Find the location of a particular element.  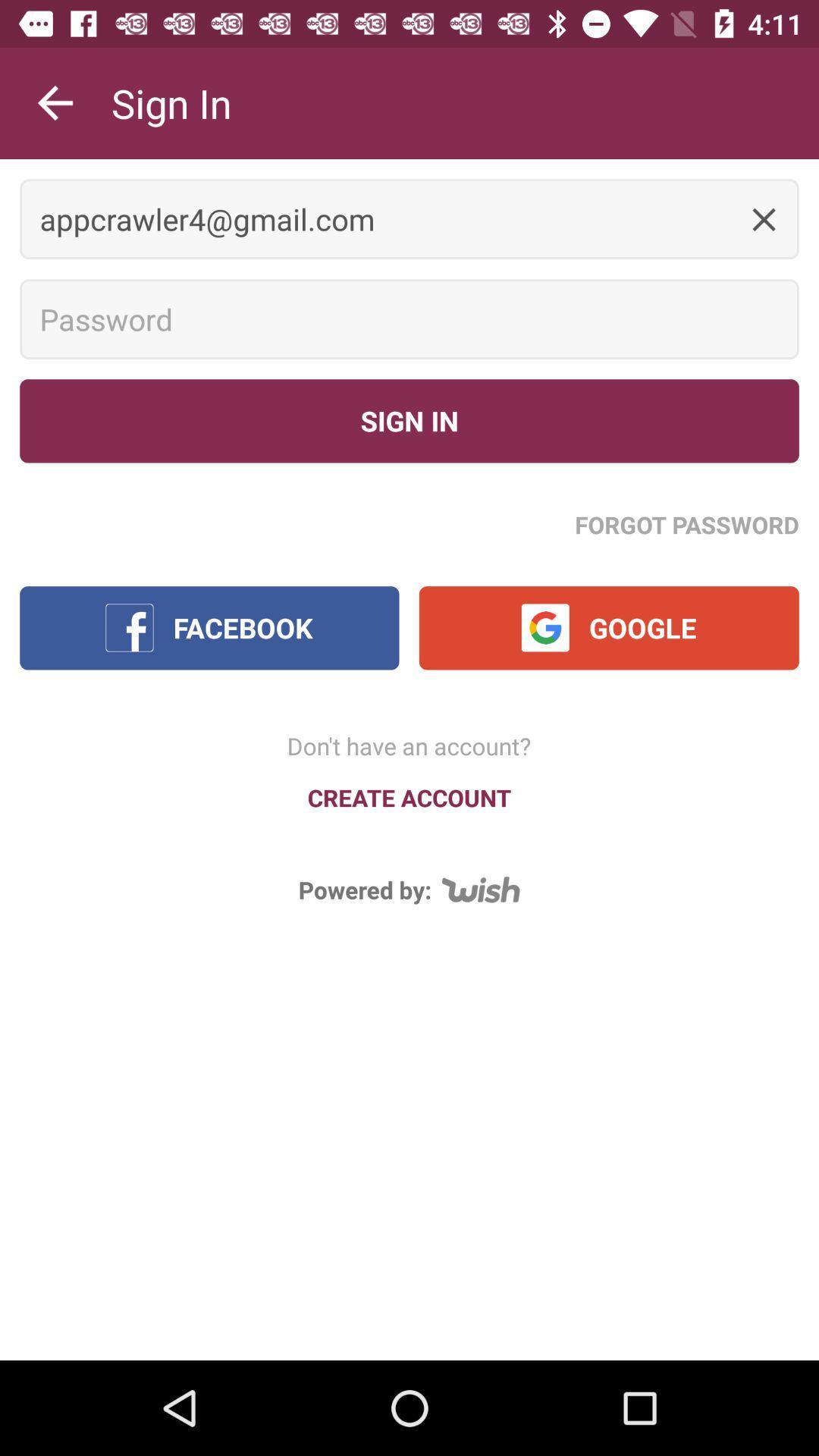

the forgot password icon is located at coordinates (687, 524).